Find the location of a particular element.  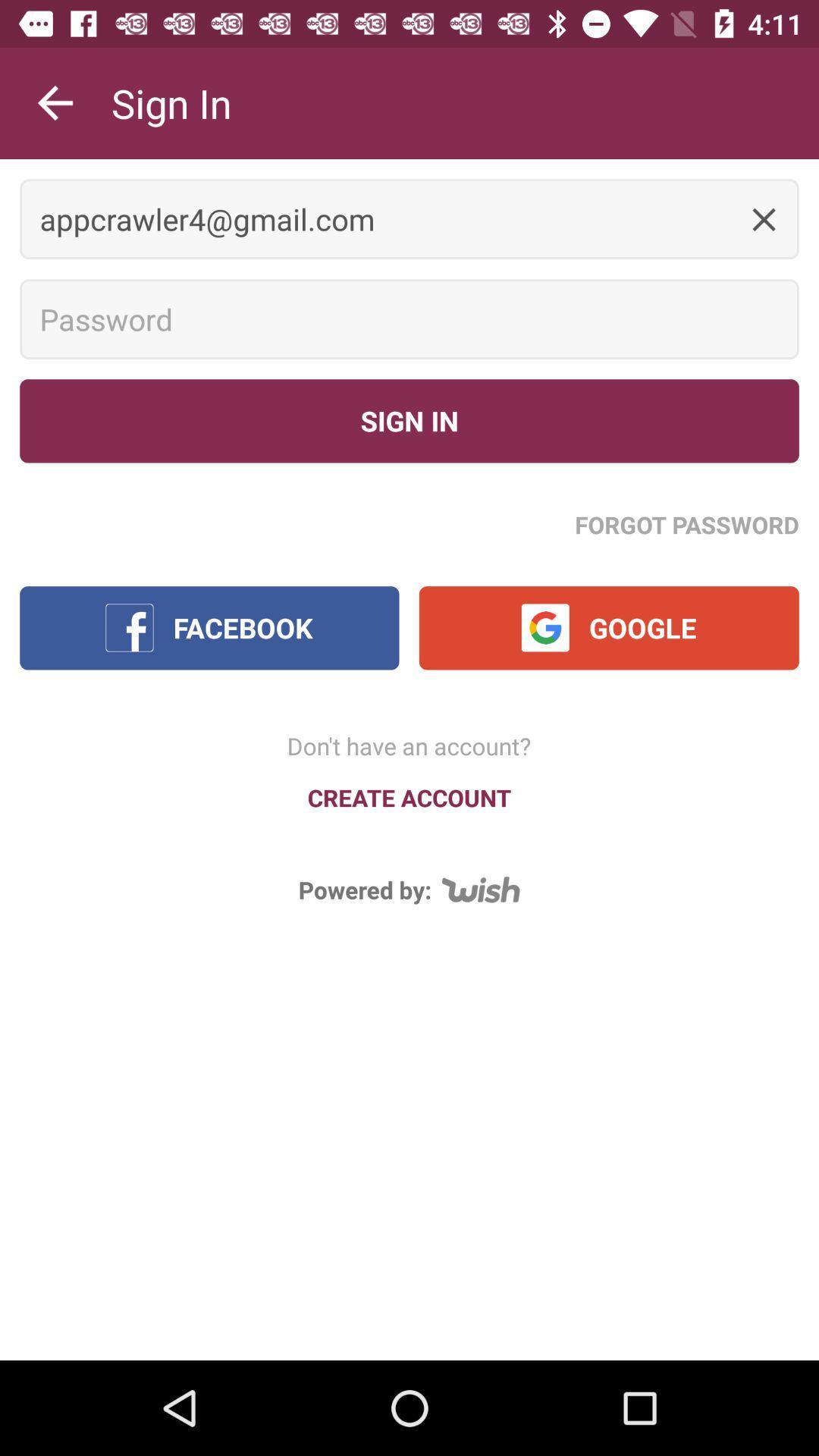

the forgot password icon is located at coordinates (687, 524).